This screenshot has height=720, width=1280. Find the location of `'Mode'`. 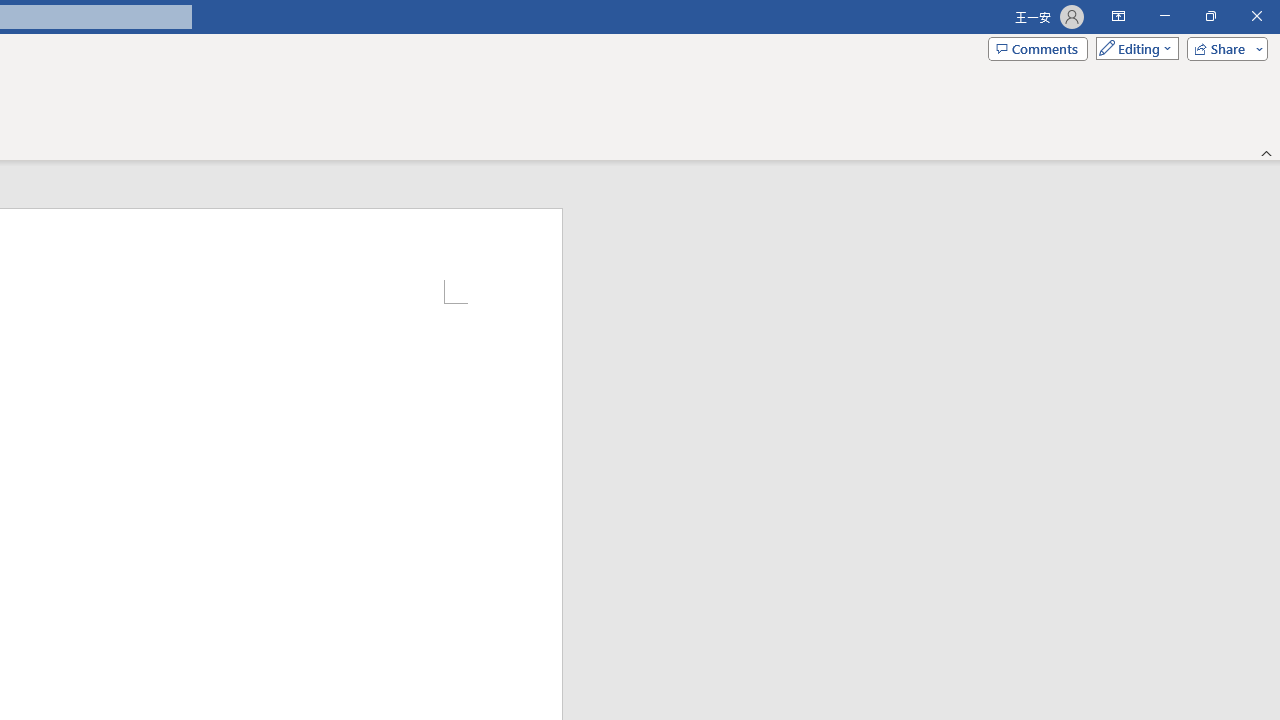

'Mode' is located at coordinates (1133, 47).